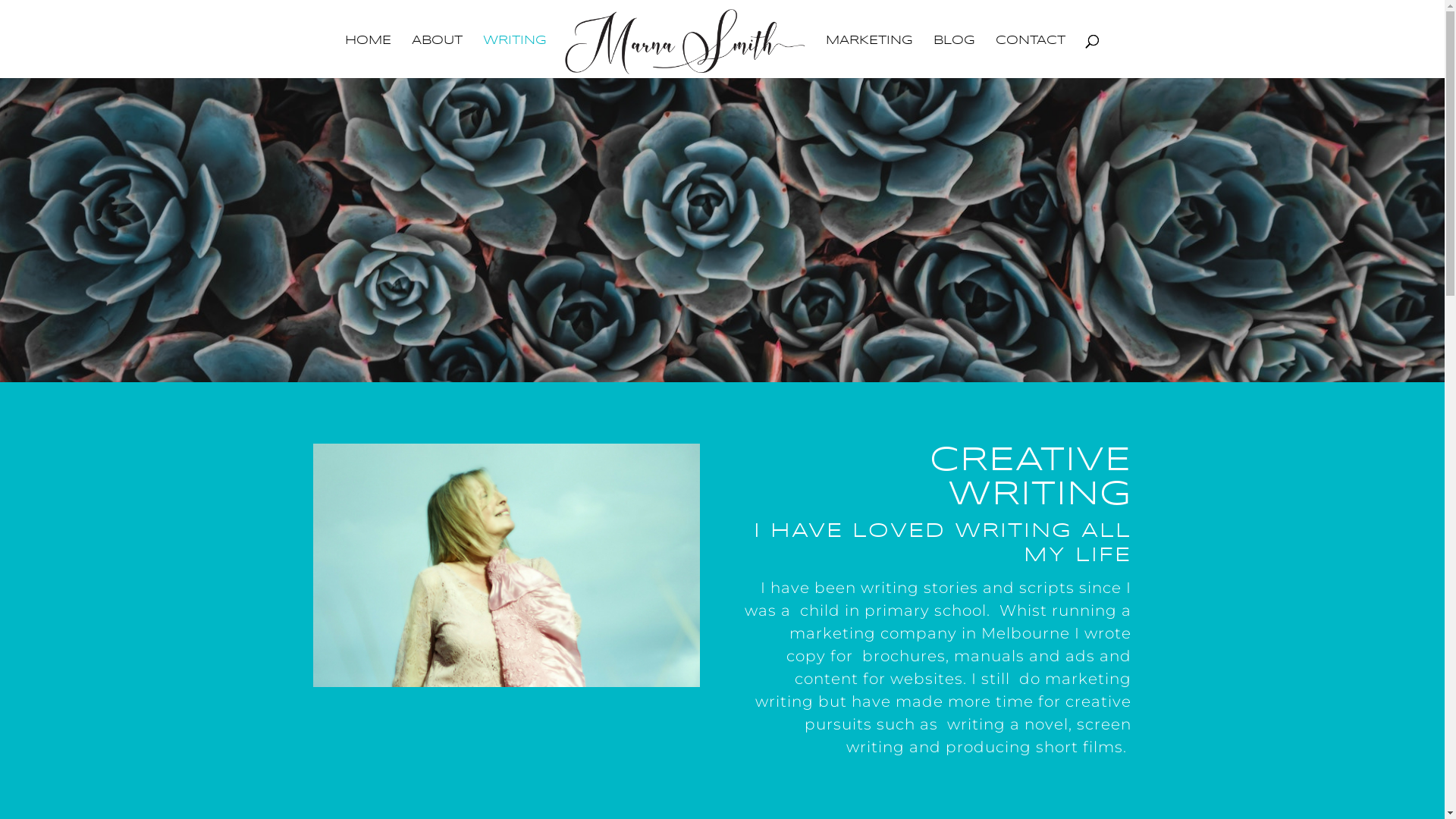 The height and width of the screenshot is (819, 1456). I want to click on 'ABOUT', so click(436, 55).